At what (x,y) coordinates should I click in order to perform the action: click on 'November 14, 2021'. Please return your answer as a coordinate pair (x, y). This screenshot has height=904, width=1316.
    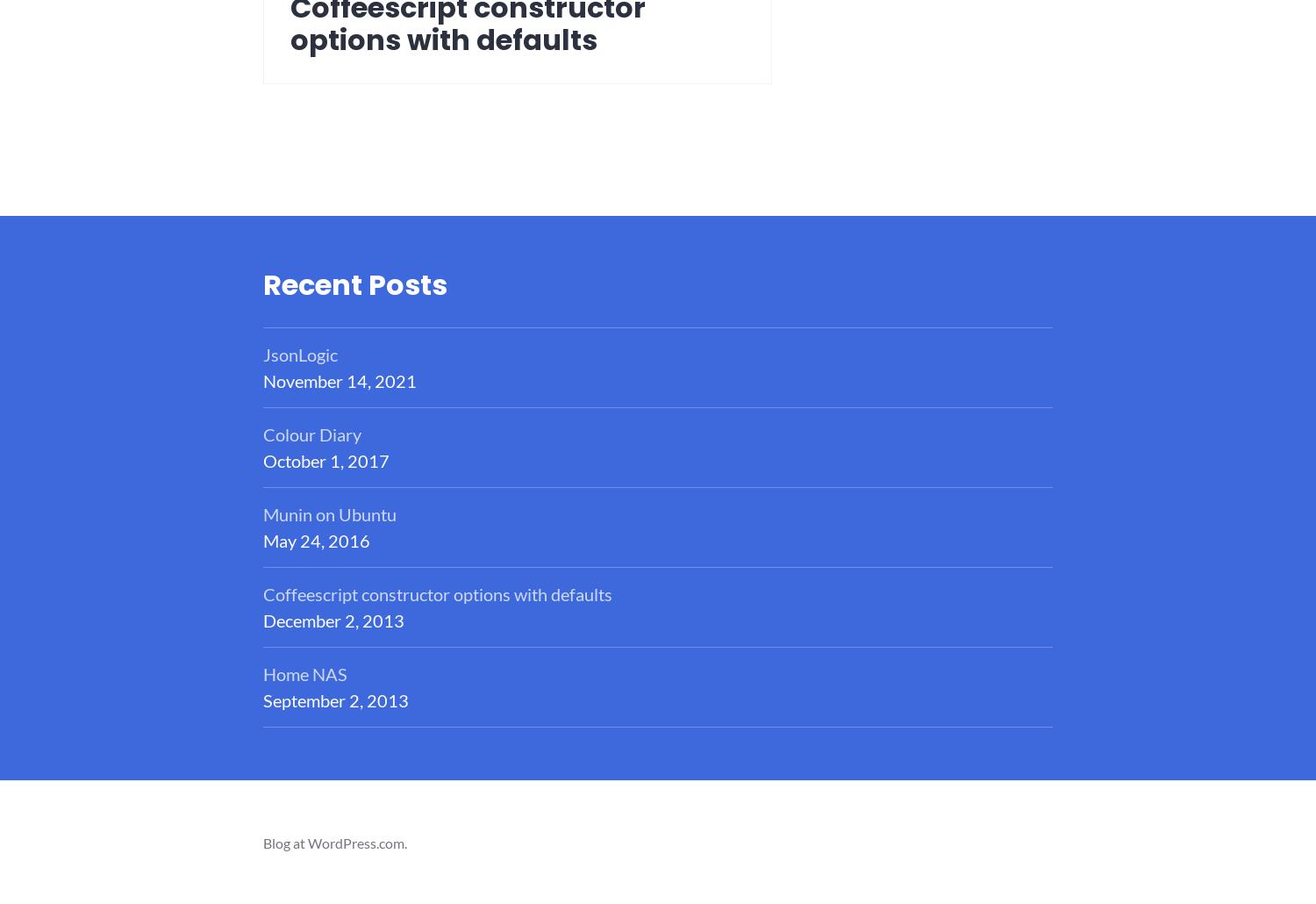
    Looking at the image, I should click on (340, 380).